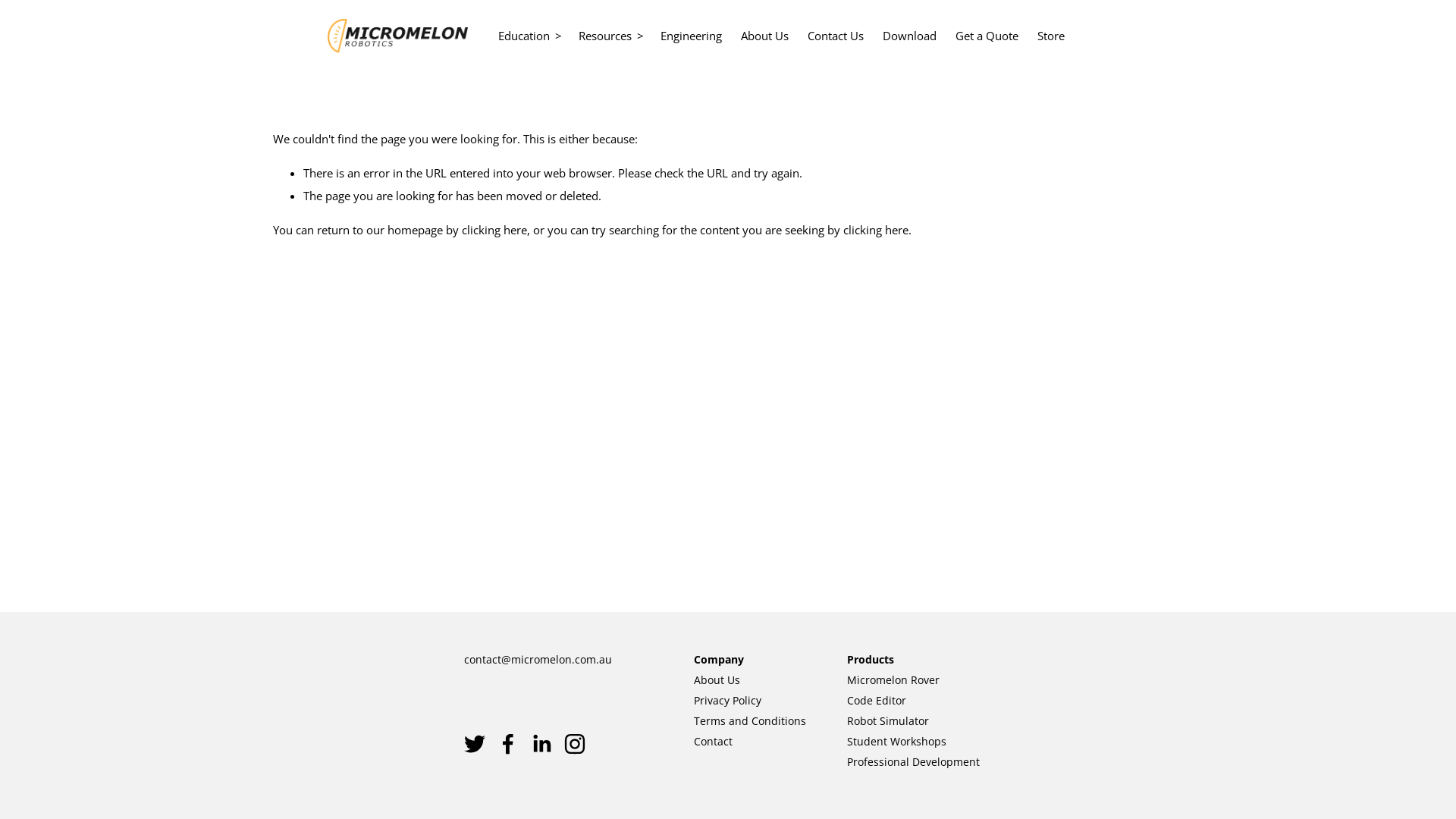  I want to click on 'clicking here', so click(494, 230).